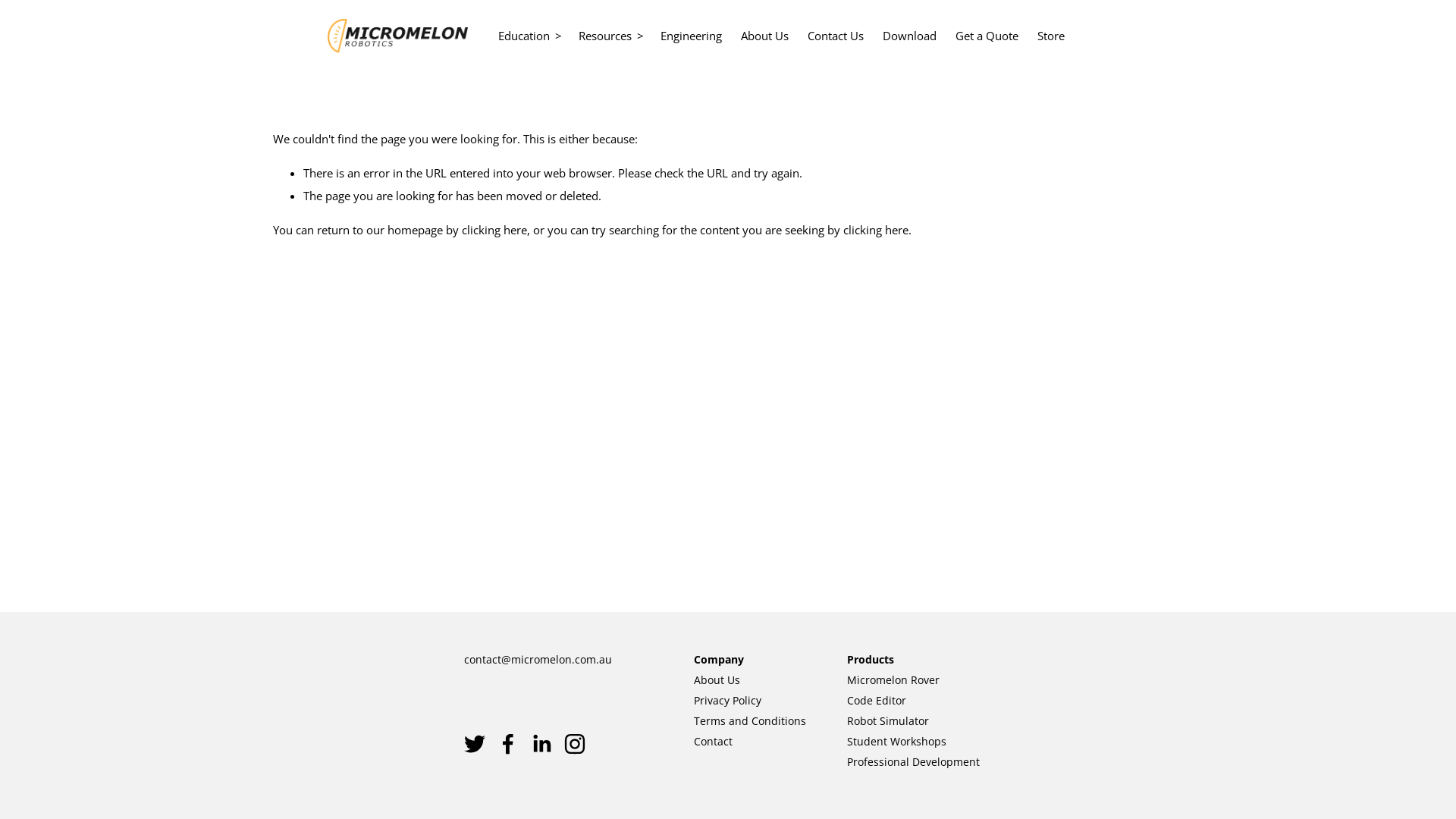  I want to click on 'clicking here', so click(494, 230).